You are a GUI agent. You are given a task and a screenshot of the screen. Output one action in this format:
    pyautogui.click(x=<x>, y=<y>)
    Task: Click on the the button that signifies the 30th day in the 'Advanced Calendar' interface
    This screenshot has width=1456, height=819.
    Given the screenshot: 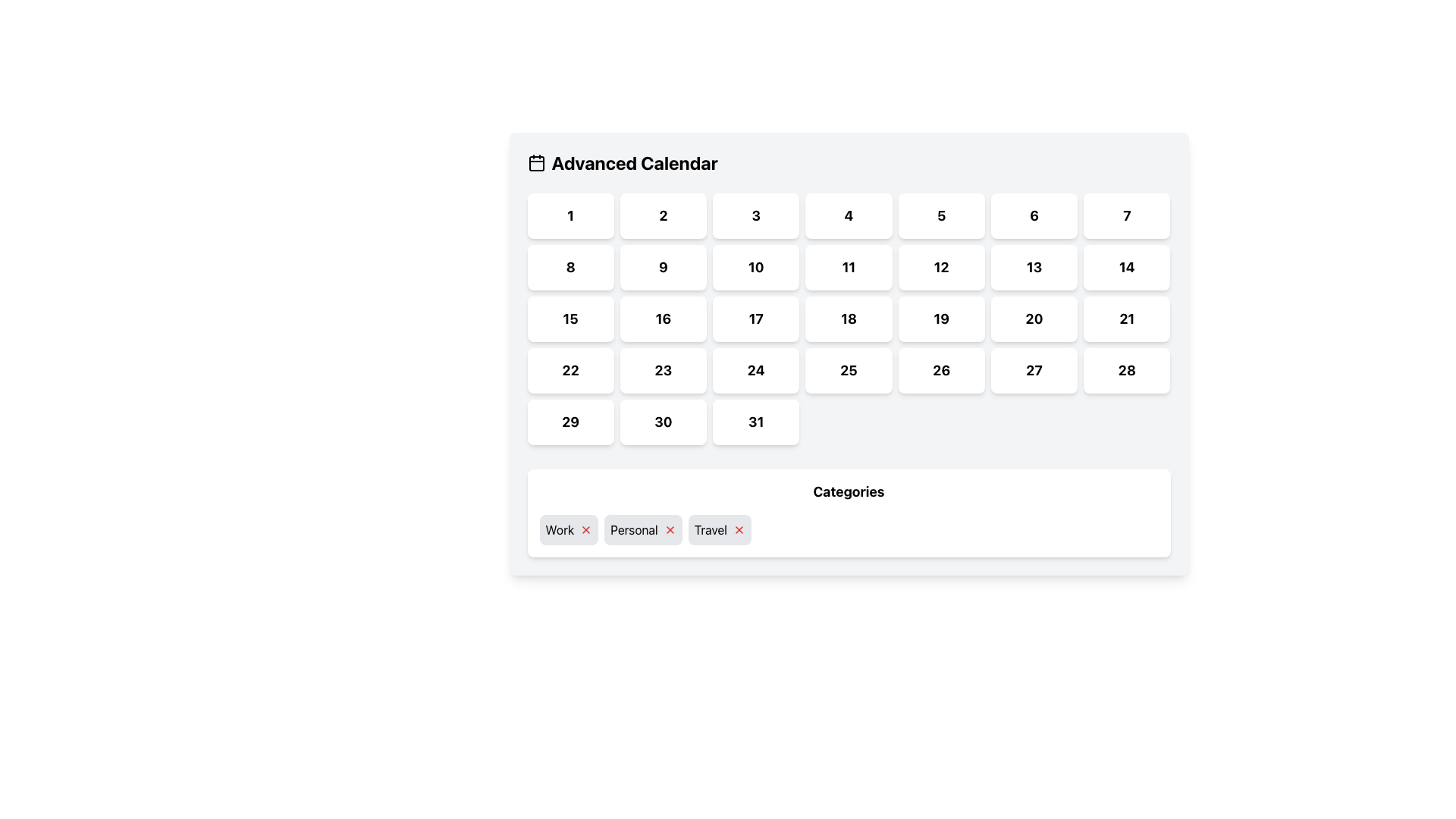 What is the action you would take?
    pyautogui.click(x=663, y=422)
    